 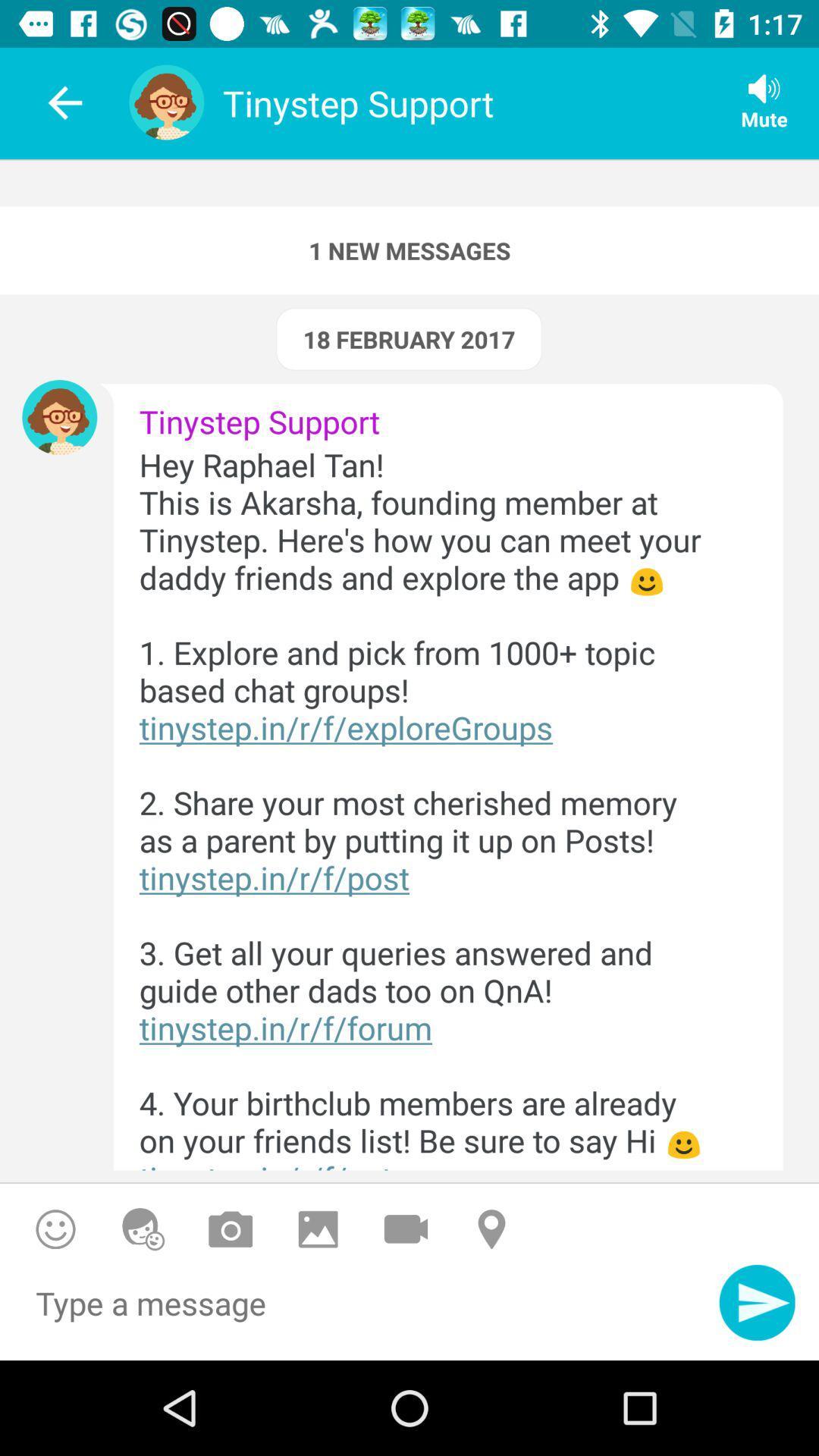 I want to click on the arrow_backward icon, so click(x=55, y=102).